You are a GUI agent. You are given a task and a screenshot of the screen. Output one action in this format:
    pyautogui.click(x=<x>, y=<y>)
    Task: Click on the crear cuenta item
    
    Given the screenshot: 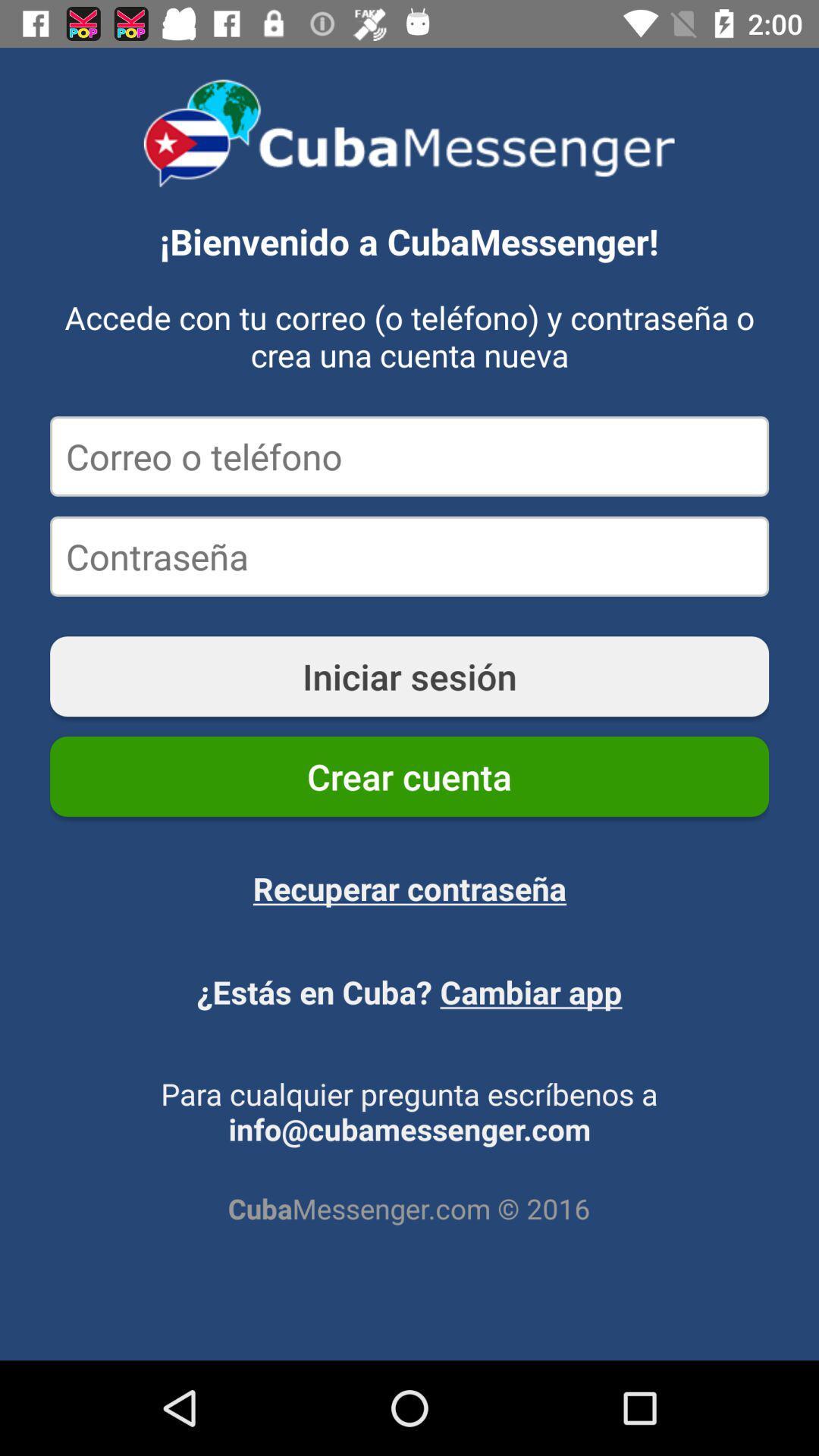 What is the action you would take?
    pyautogui.click(x=409, y=777)
    